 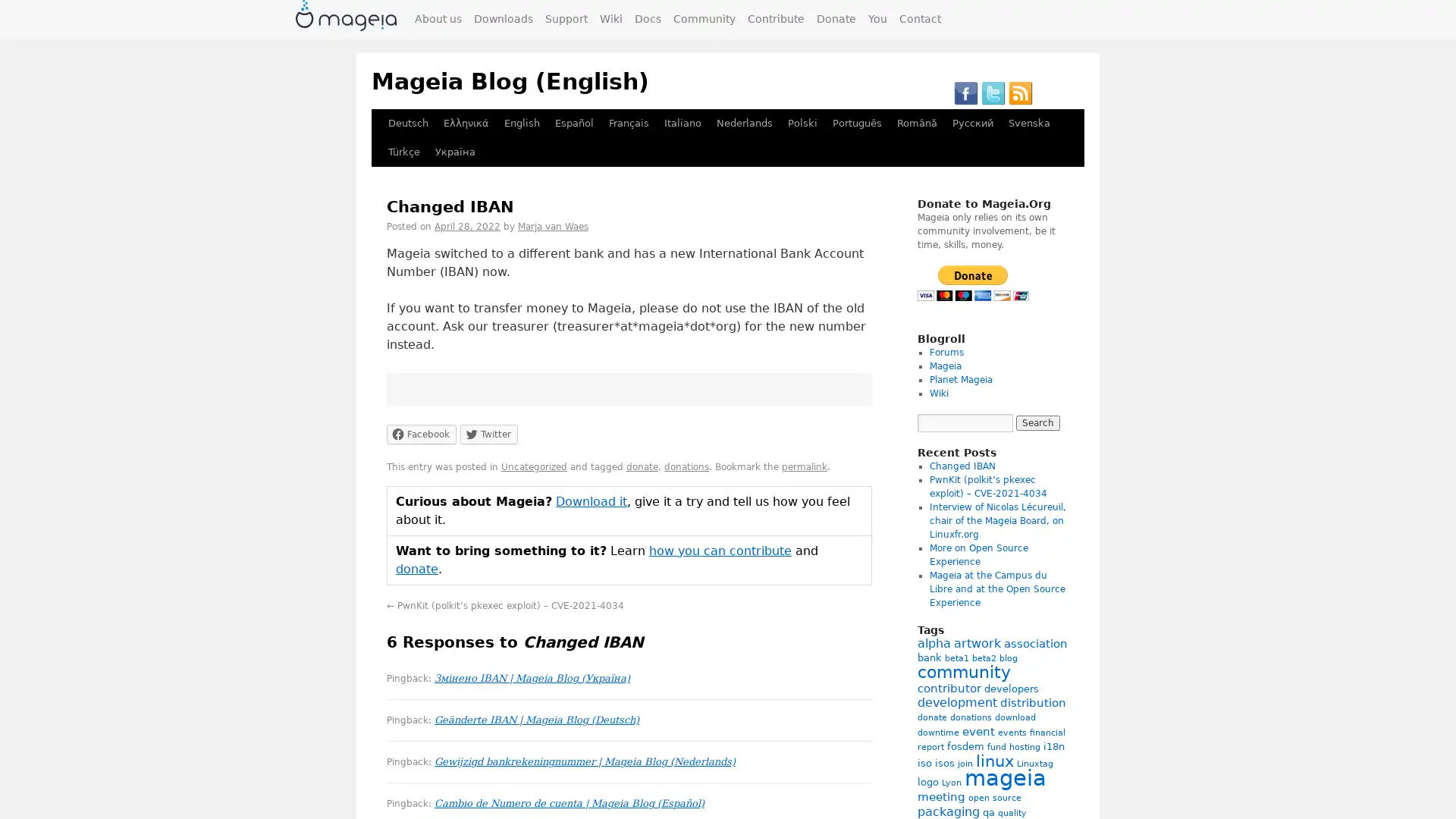 I want to click on Search, so click(x=1037, y=423).